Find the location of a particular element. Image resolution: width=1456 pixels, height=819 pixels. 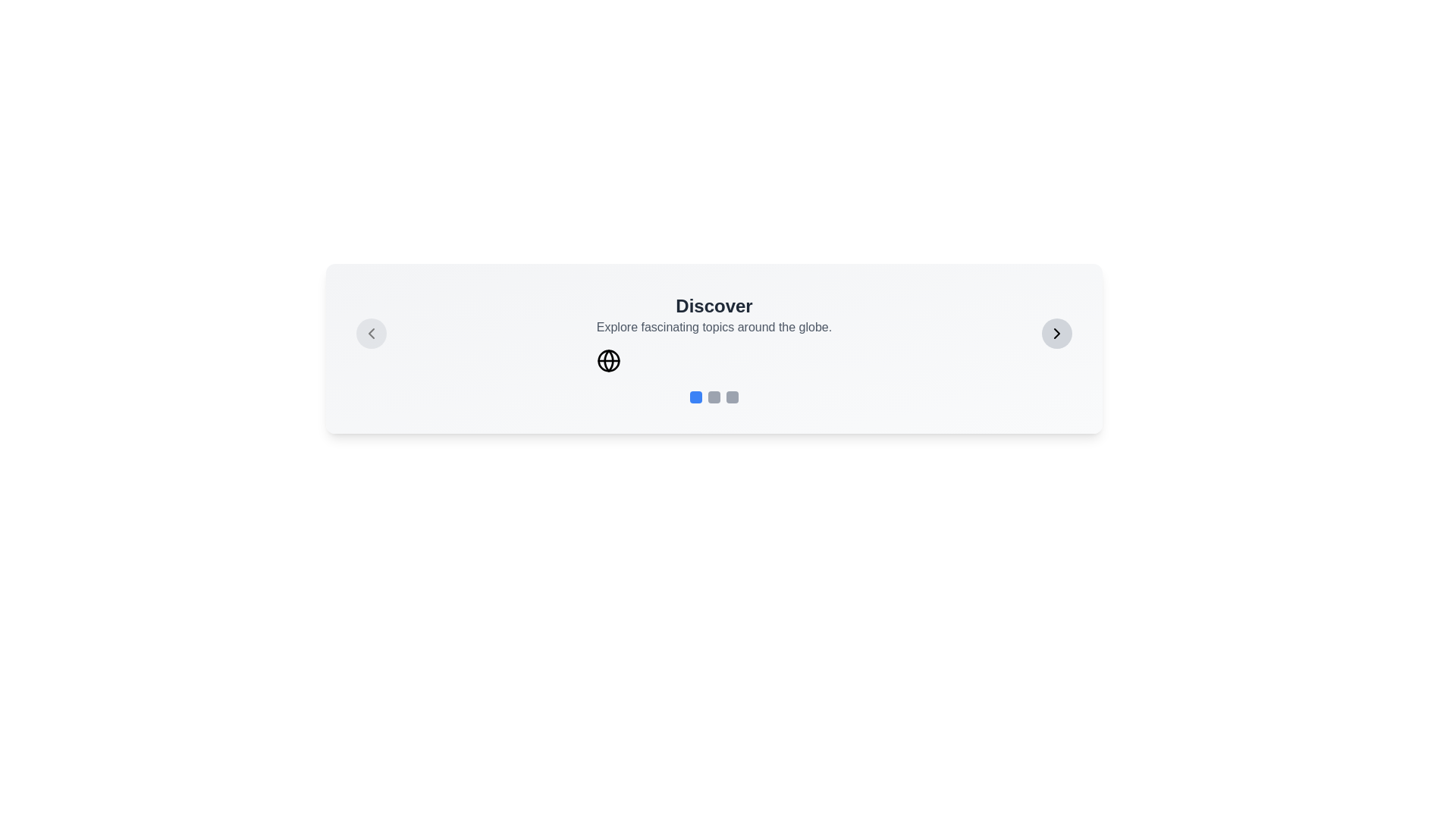

the descriptive text label located below 'Discover' and above the globe icon, which enhances the understanding of the content's theme is located at coordinates (713, 327).